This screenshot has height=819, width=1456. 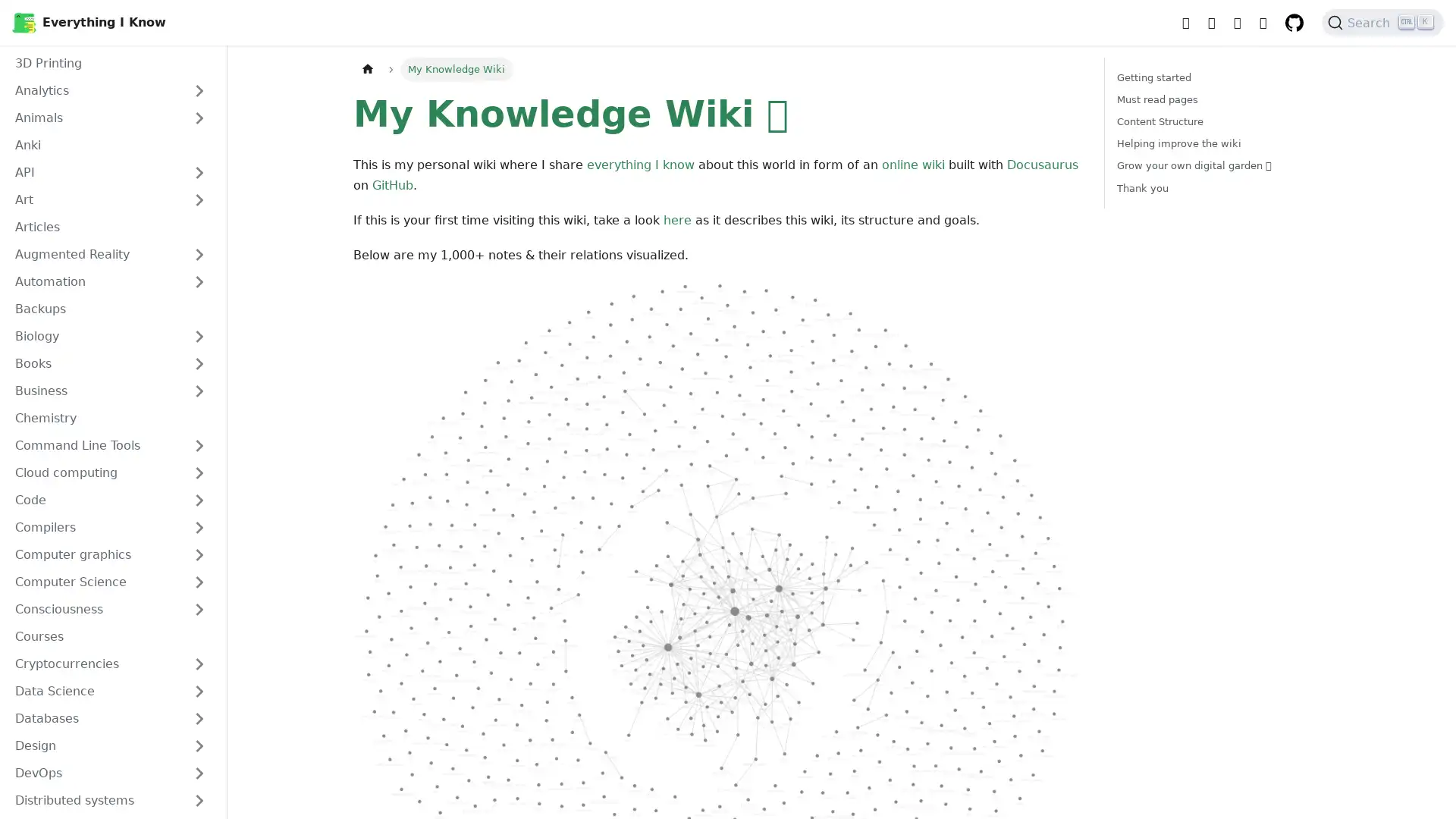 What do you see at coordinates (199, 391) in the screenshot?
I see `Toggle the collapsible sidebar category 'Business'` at bounding box center [199, 391].